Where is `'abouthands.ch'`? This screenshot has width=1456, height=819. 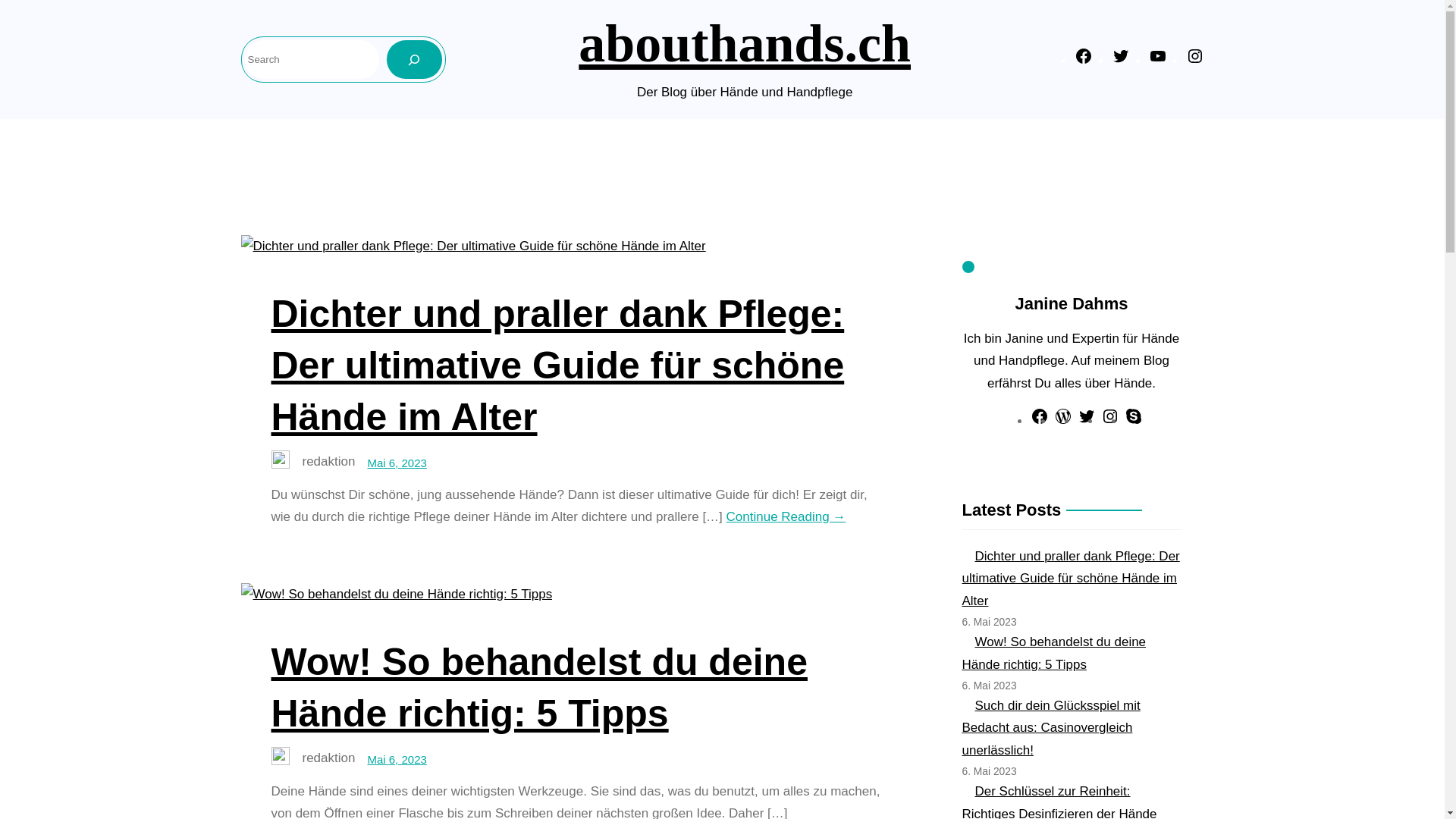
'abouthands.ch' is located at coordinates (745, 42).